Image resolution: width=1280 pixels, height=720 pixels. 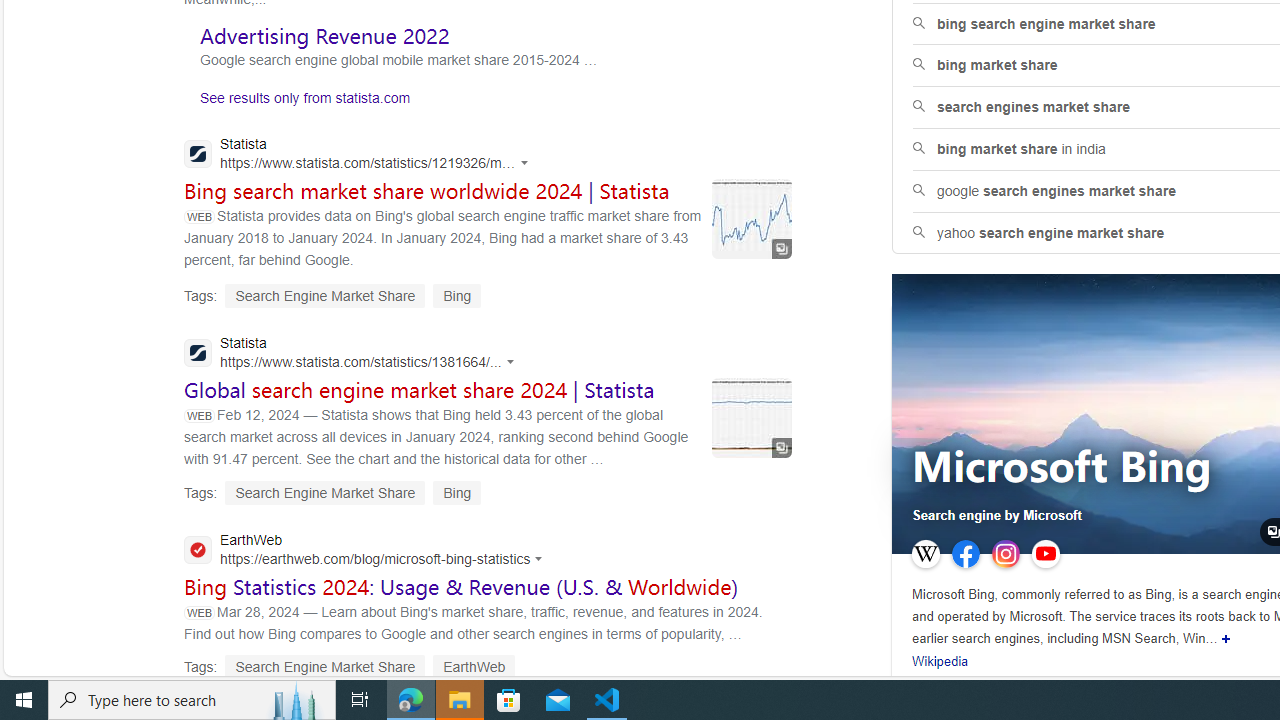 What do you see at coordinates (966, 554) in the screenshot?
I see `'Facebook'` at bounding box center [966, 554].